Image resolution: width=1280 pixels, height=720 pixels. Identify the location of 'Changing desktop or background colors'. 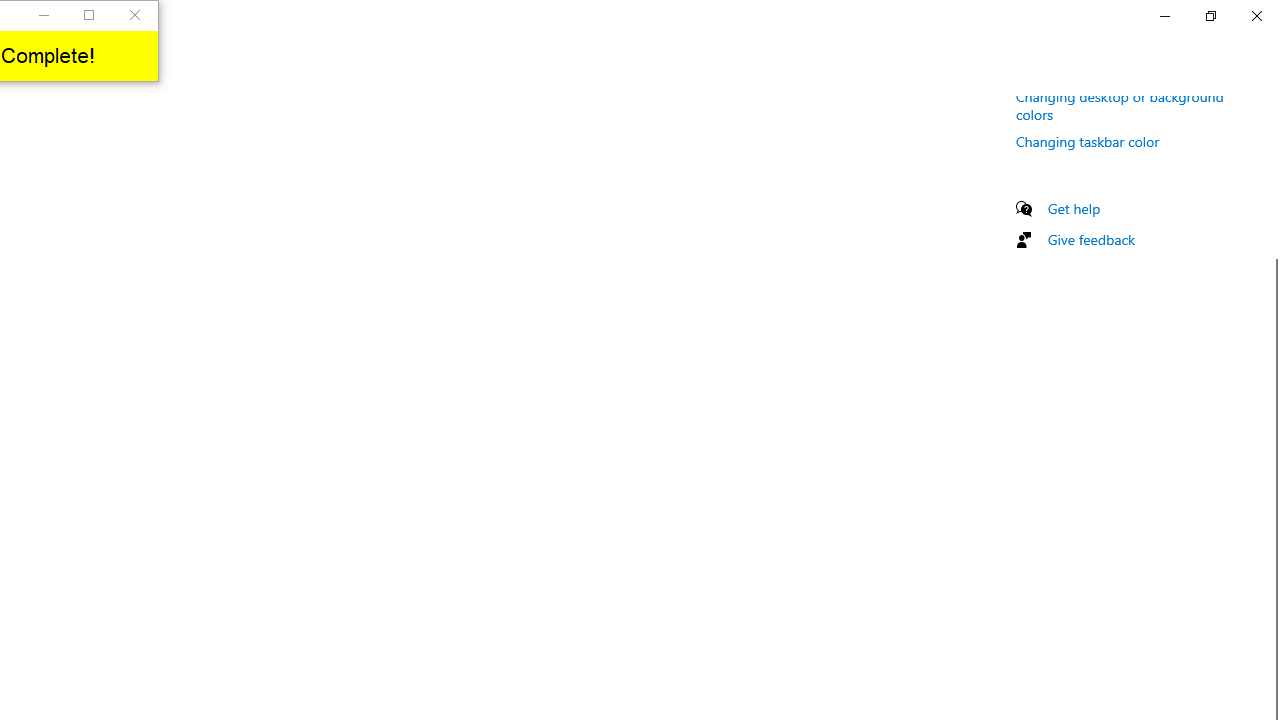
(1120, 104).